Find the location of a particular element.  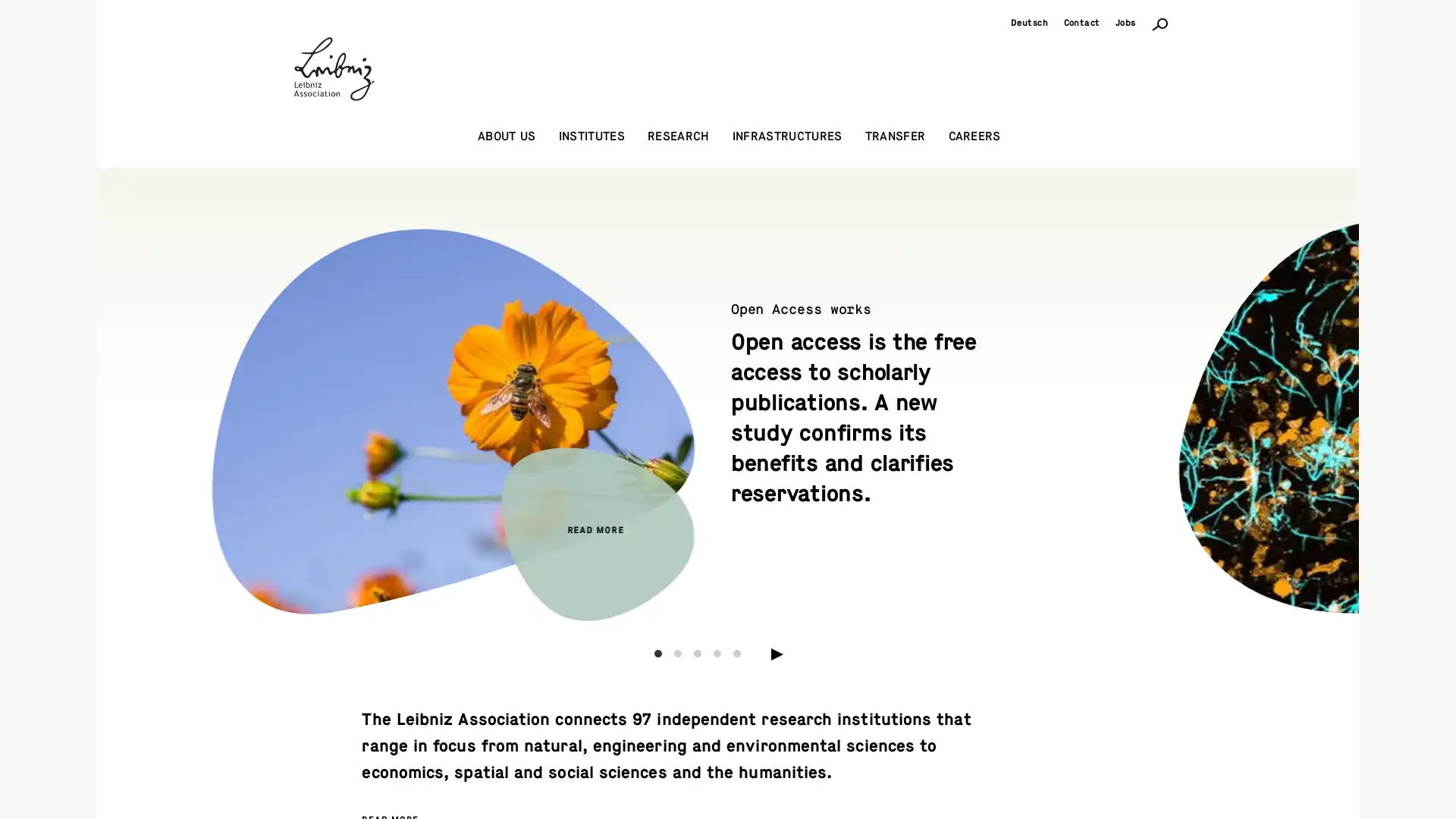

Previous is located at coordinates (215, 403).